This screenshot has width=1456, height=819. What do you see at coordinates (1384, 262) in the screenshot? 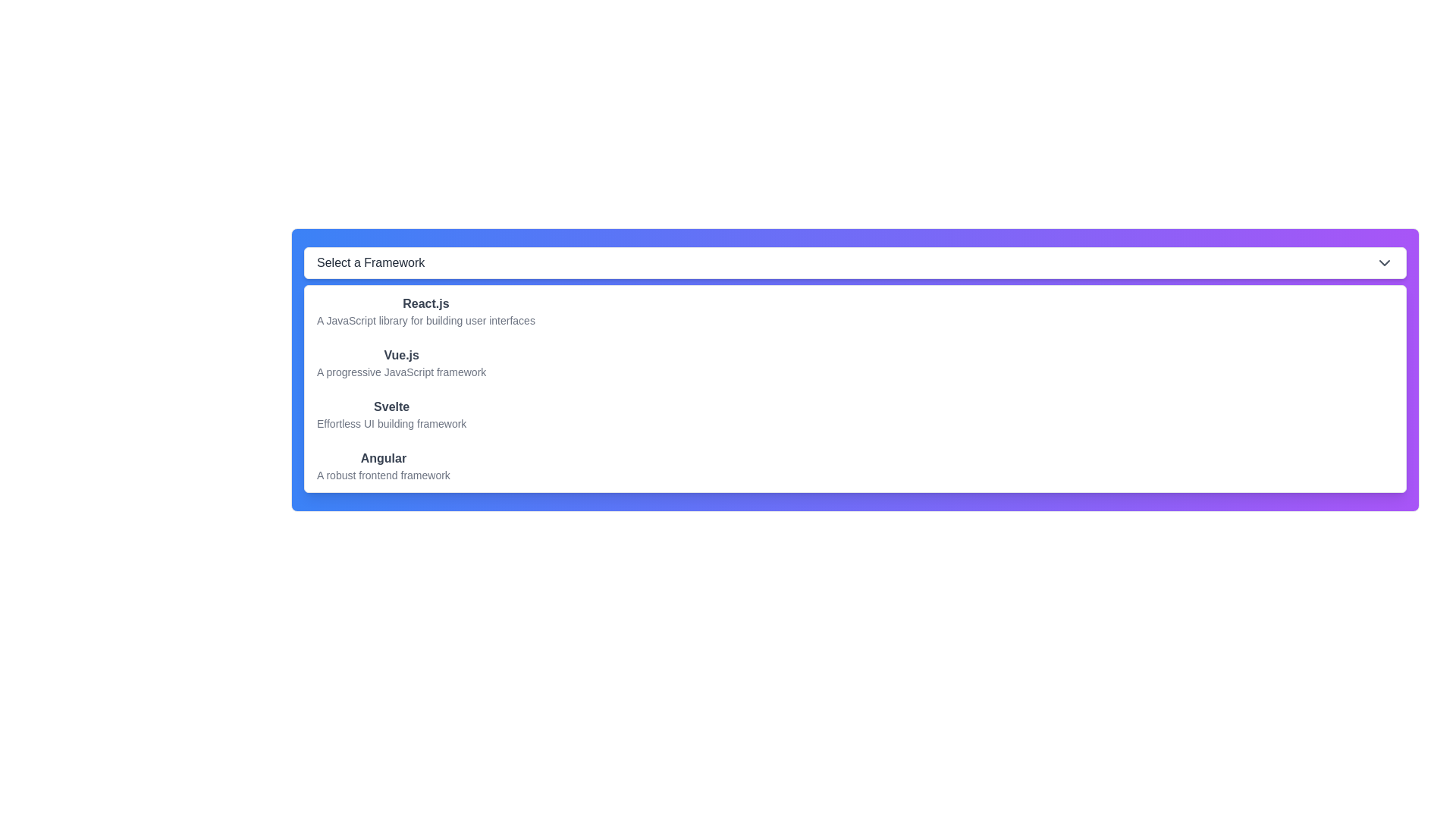
I see `the downward-pointing chevron icon located at the rightmost edge of the 'Select a Framework' dropdown selector to indicate interactivity` at bounding box center [1384, 262].